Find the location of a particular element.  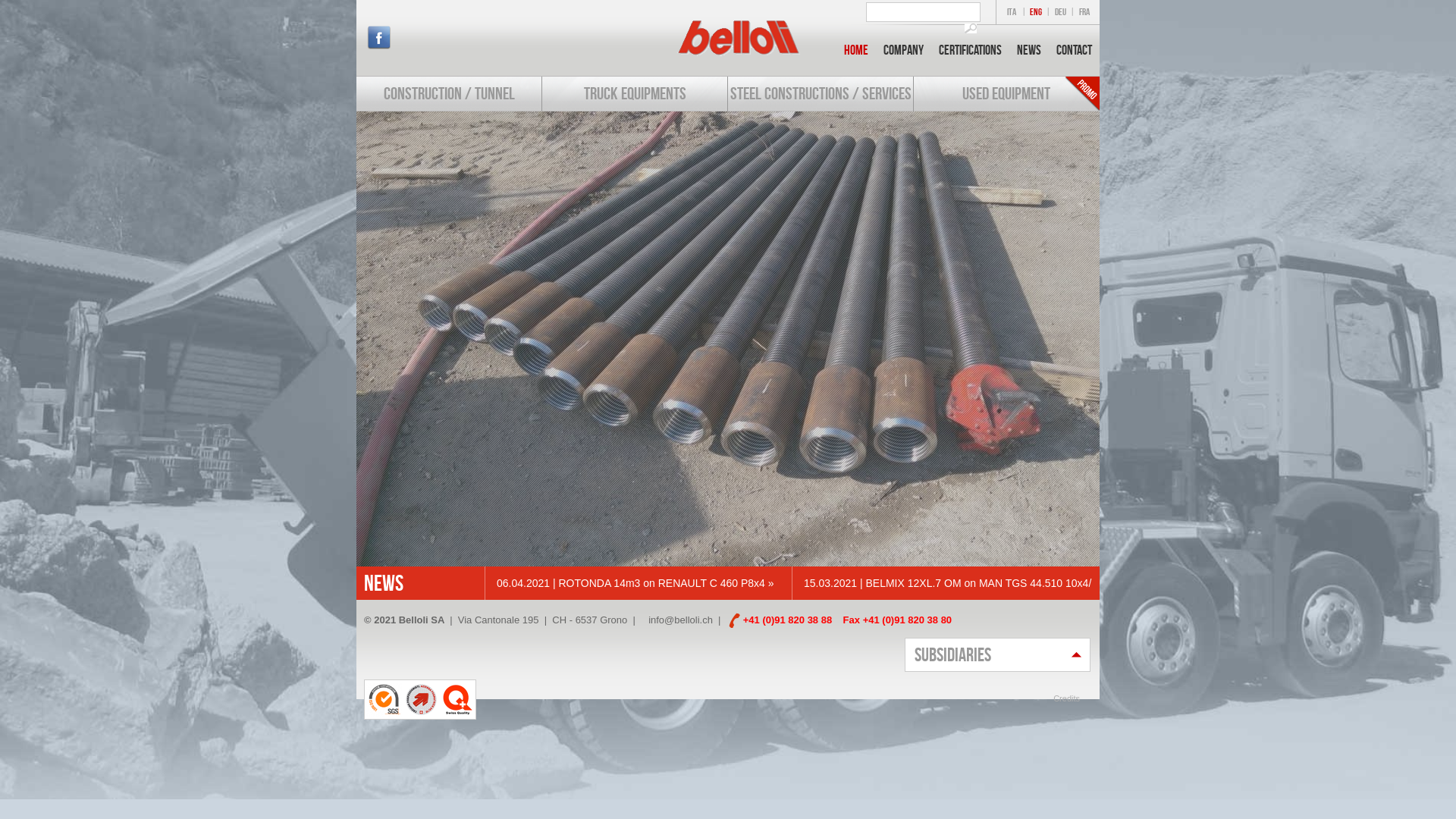

'ITA' is located at coordinates (1012, 11).